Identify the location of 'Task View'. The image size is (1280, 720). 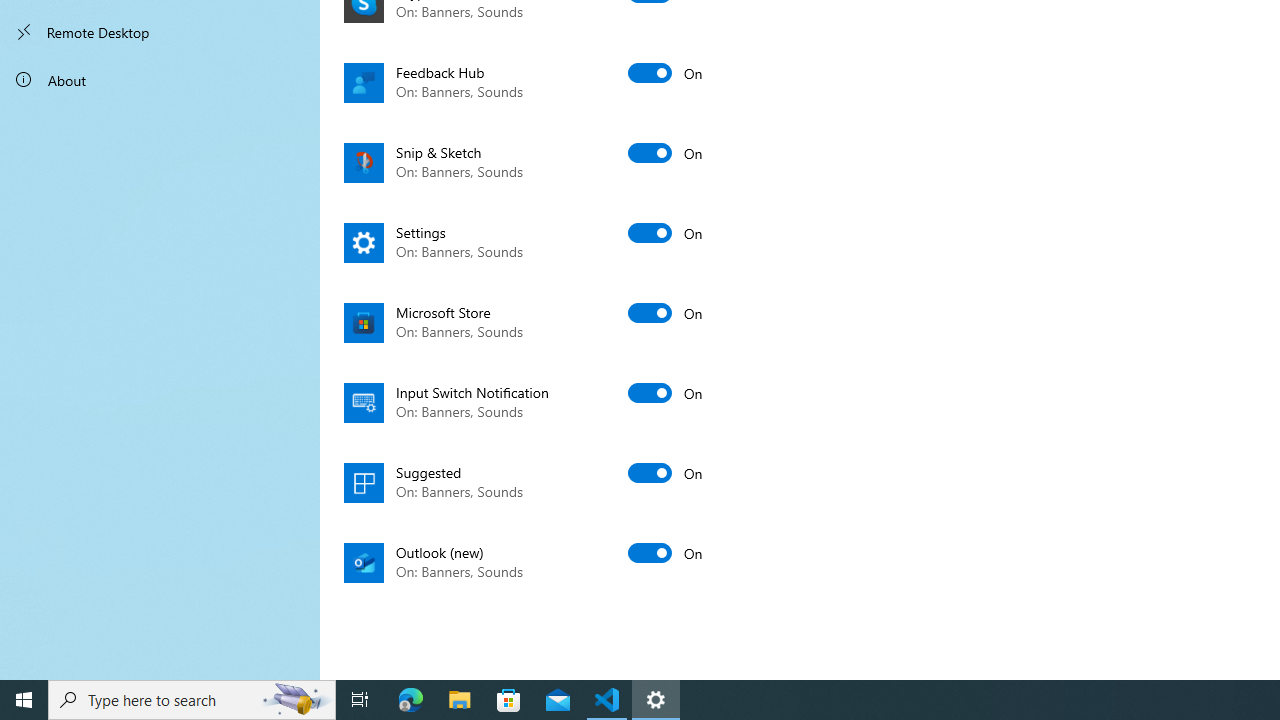
(359, 698).